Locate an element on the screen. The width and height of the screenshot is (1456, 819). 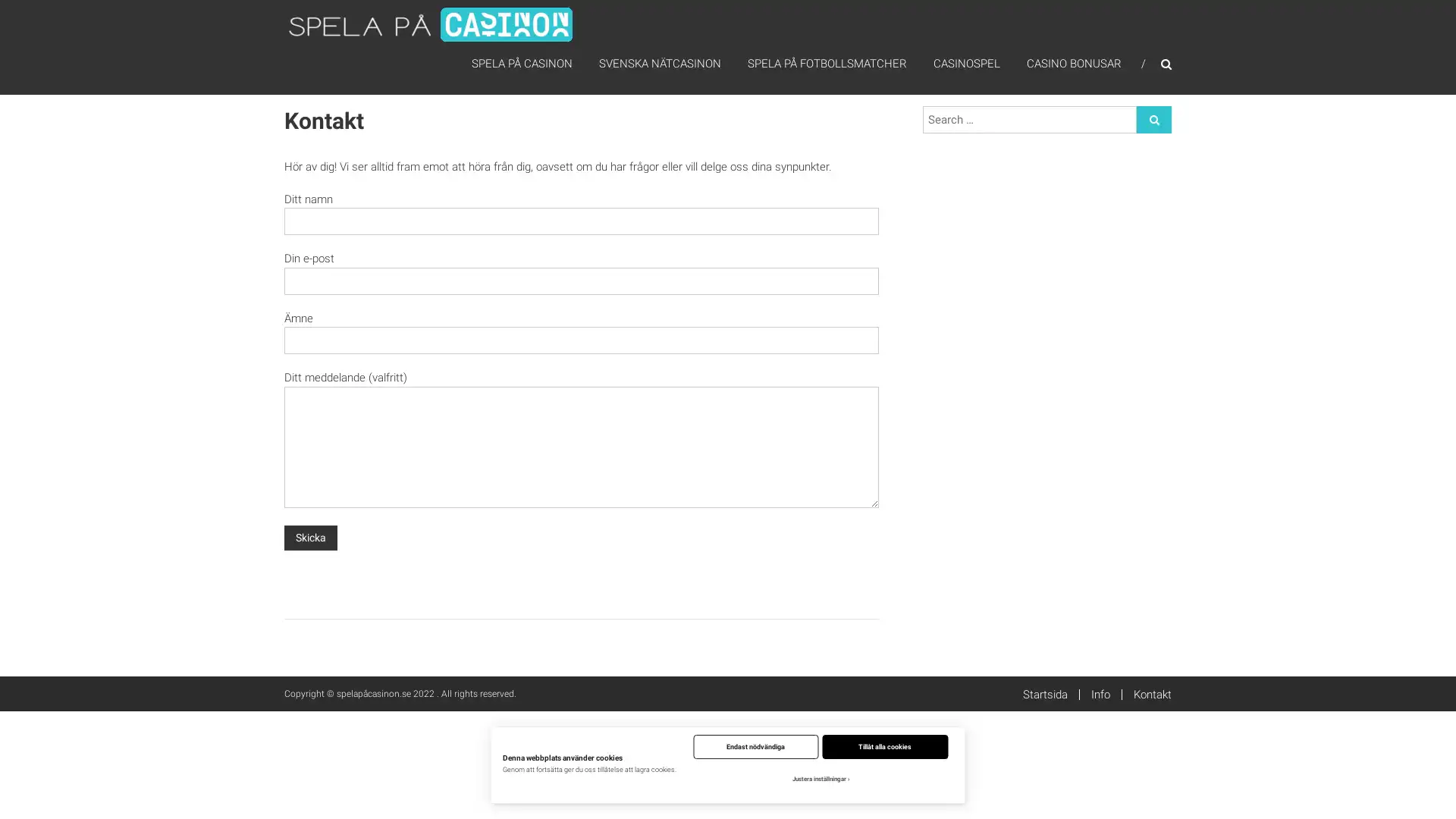
Skicka is located at coordinates (309, 537).